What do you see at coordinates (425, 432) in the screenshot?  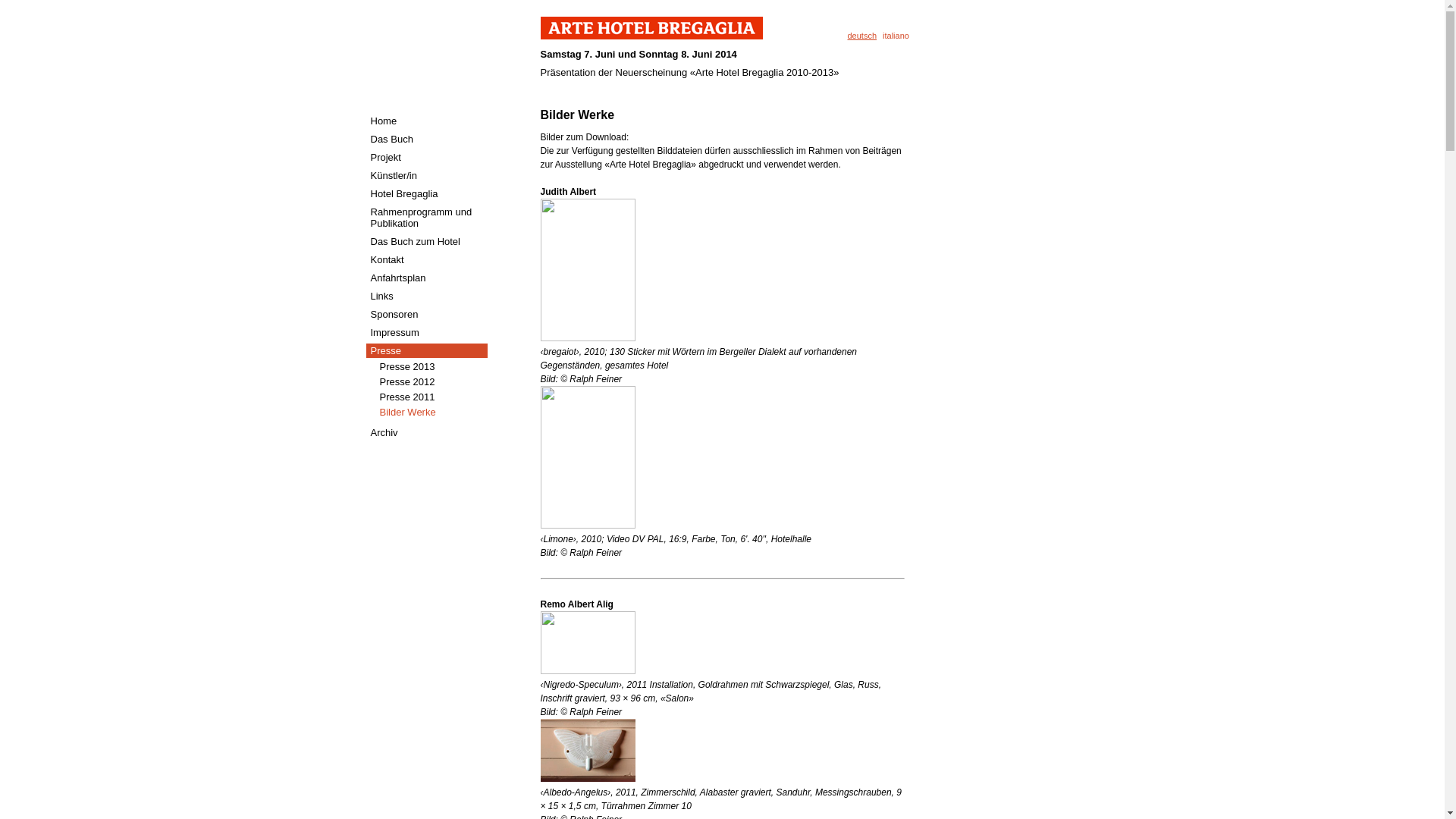 I see `'Archiv'` at bounding box center [425, 432].